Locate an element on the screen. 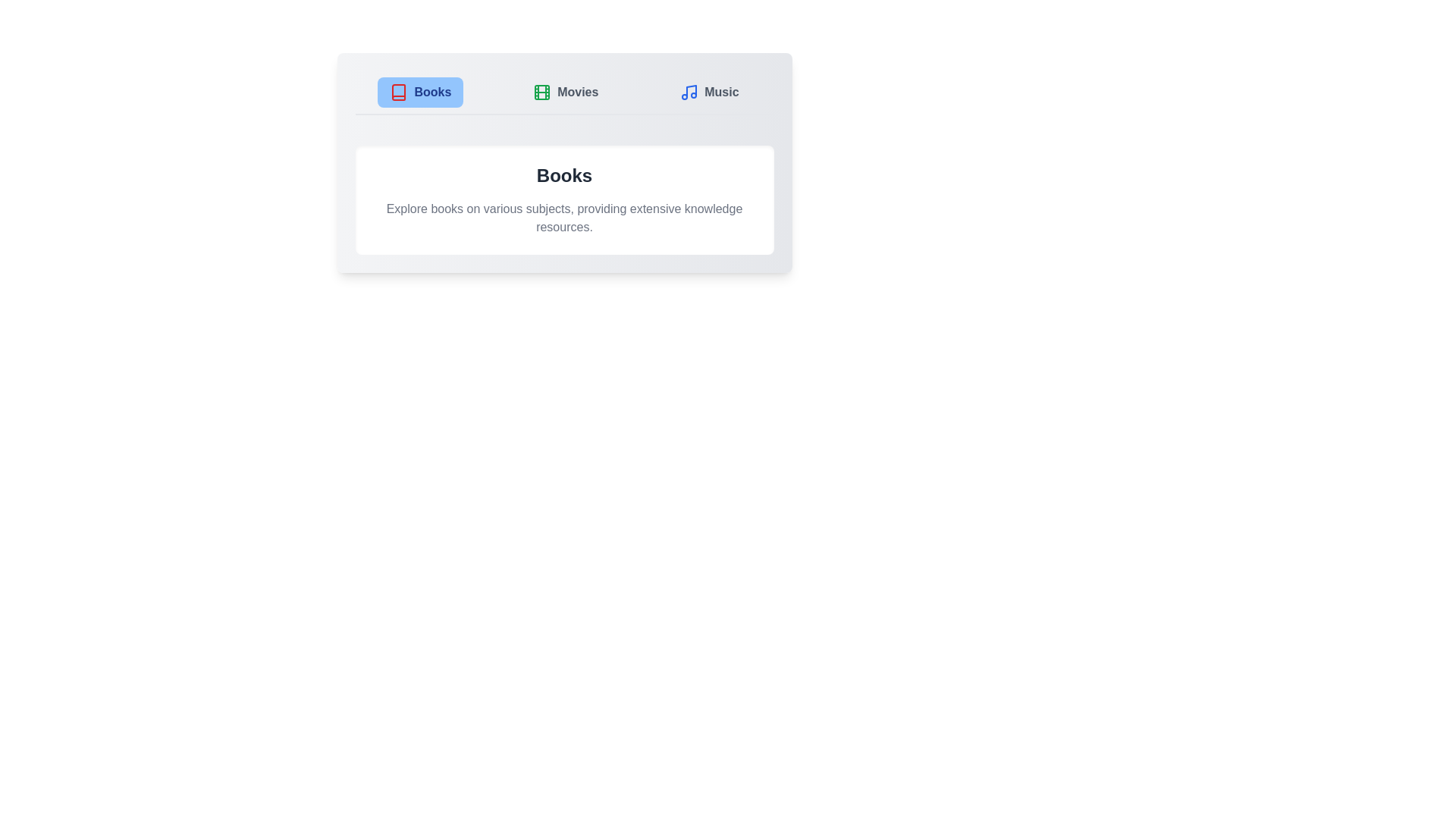 Image resolution: width=1456 pixels, height=819 pixels. the Books tab to switch its content is located at coordinates (420, 93).